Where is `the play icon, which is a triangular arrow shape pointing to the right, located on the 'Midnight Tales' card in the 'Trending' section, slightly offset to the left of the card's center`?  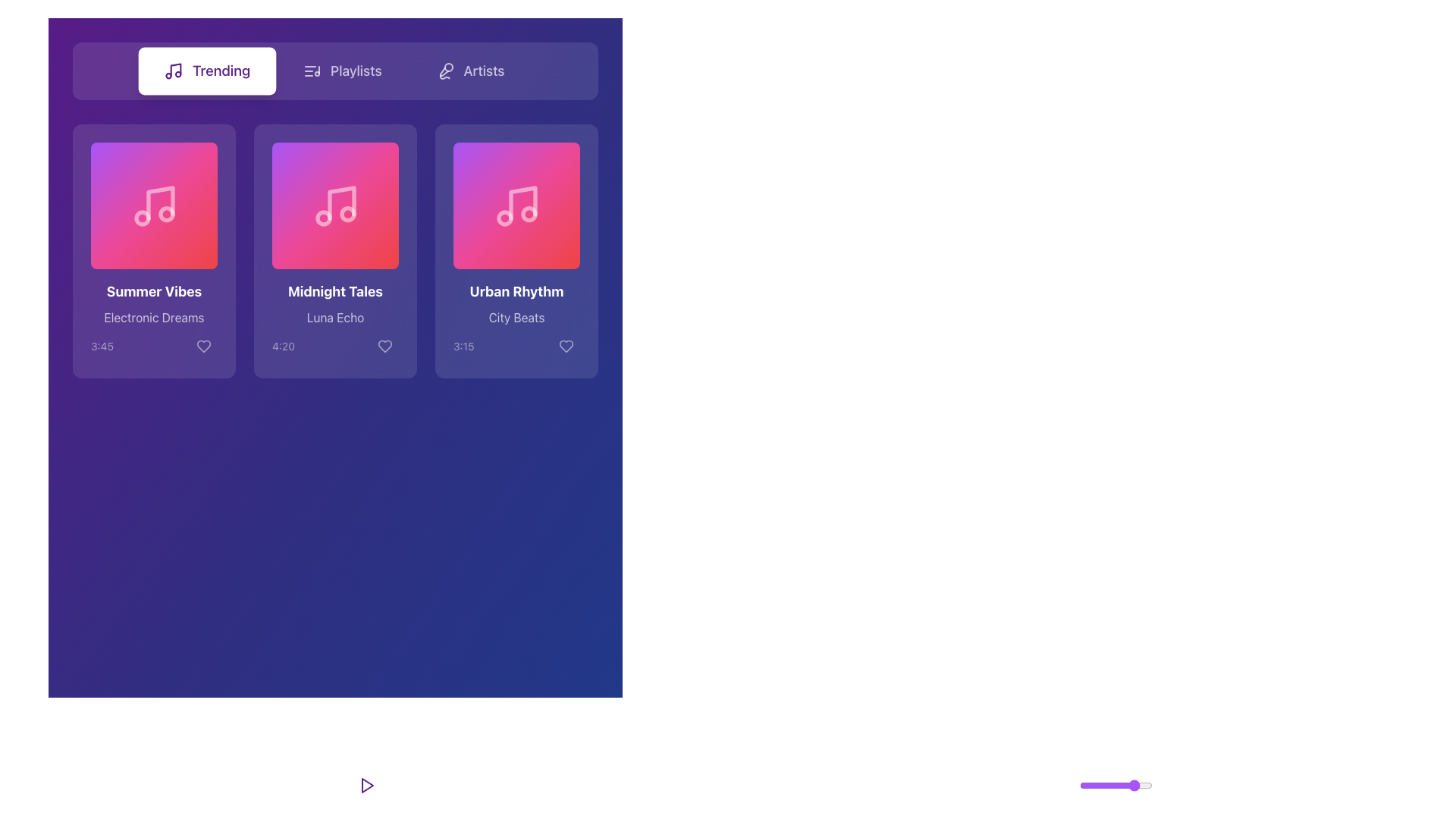
the play icon, which is a triangular arrow shape pointing to the right, located on the 'Midnight Tales' card in the 'Trending' section, slightly offset to the left of the card's center is located at coordinates (337, 206).